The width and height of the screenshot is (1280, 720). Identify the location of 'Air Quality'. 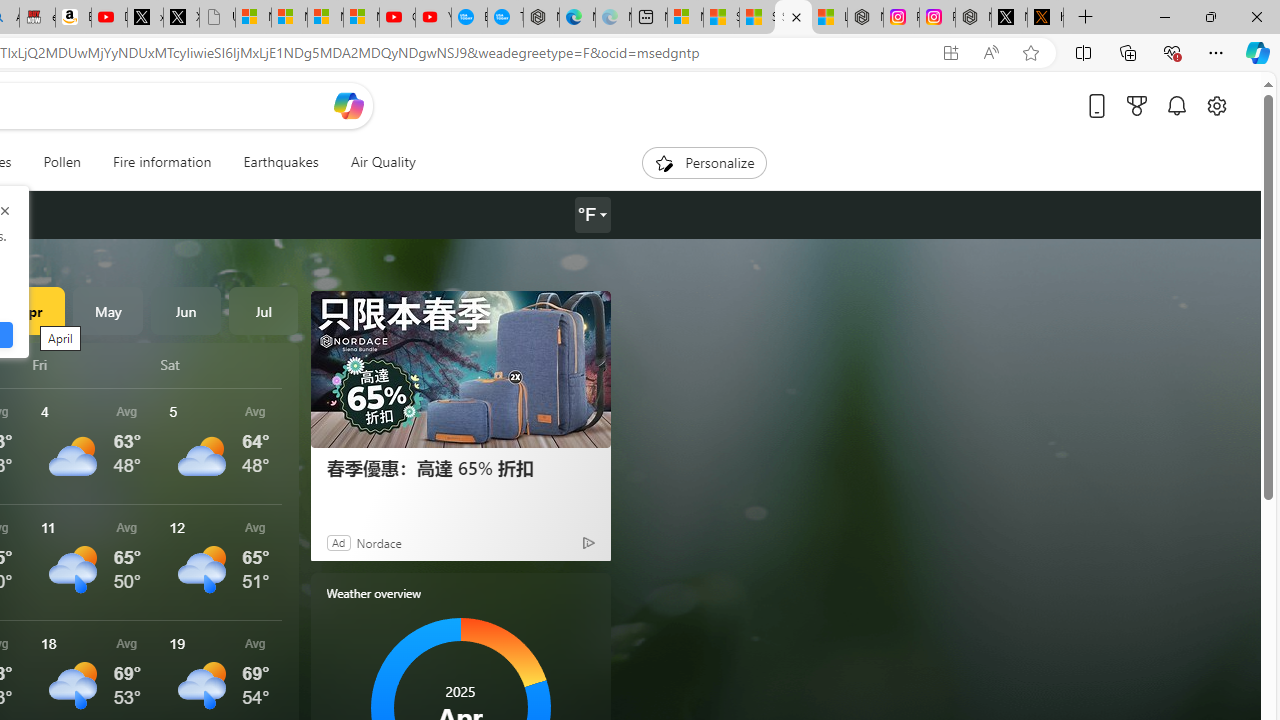
(382, 162).